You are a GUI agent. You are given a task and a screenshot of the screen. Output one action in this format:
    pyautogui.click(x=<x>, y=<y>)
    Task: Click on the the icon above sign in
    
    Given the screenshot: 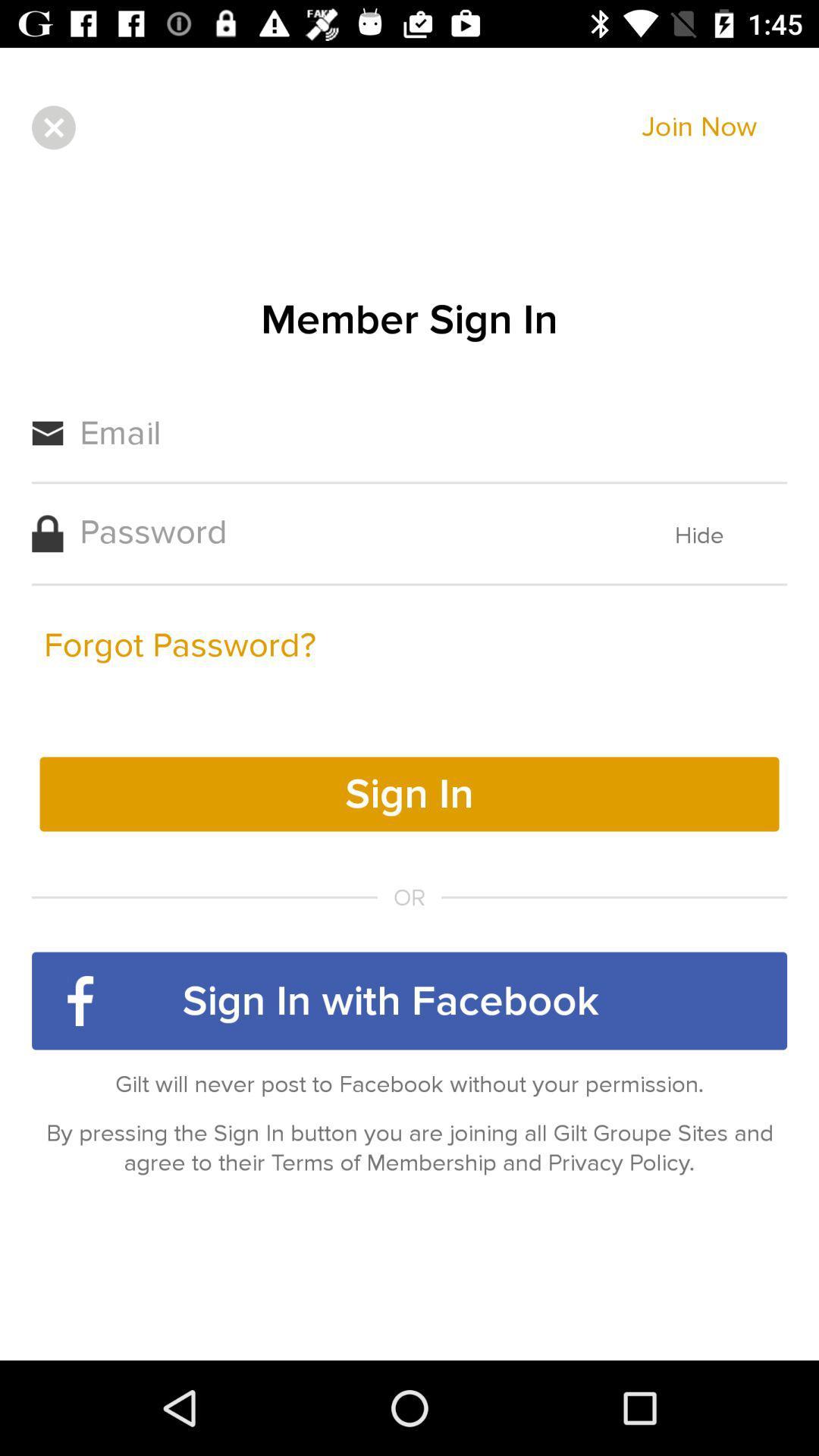 What is the action you would take?
    pyautogui.click(x=179, y=645)
    